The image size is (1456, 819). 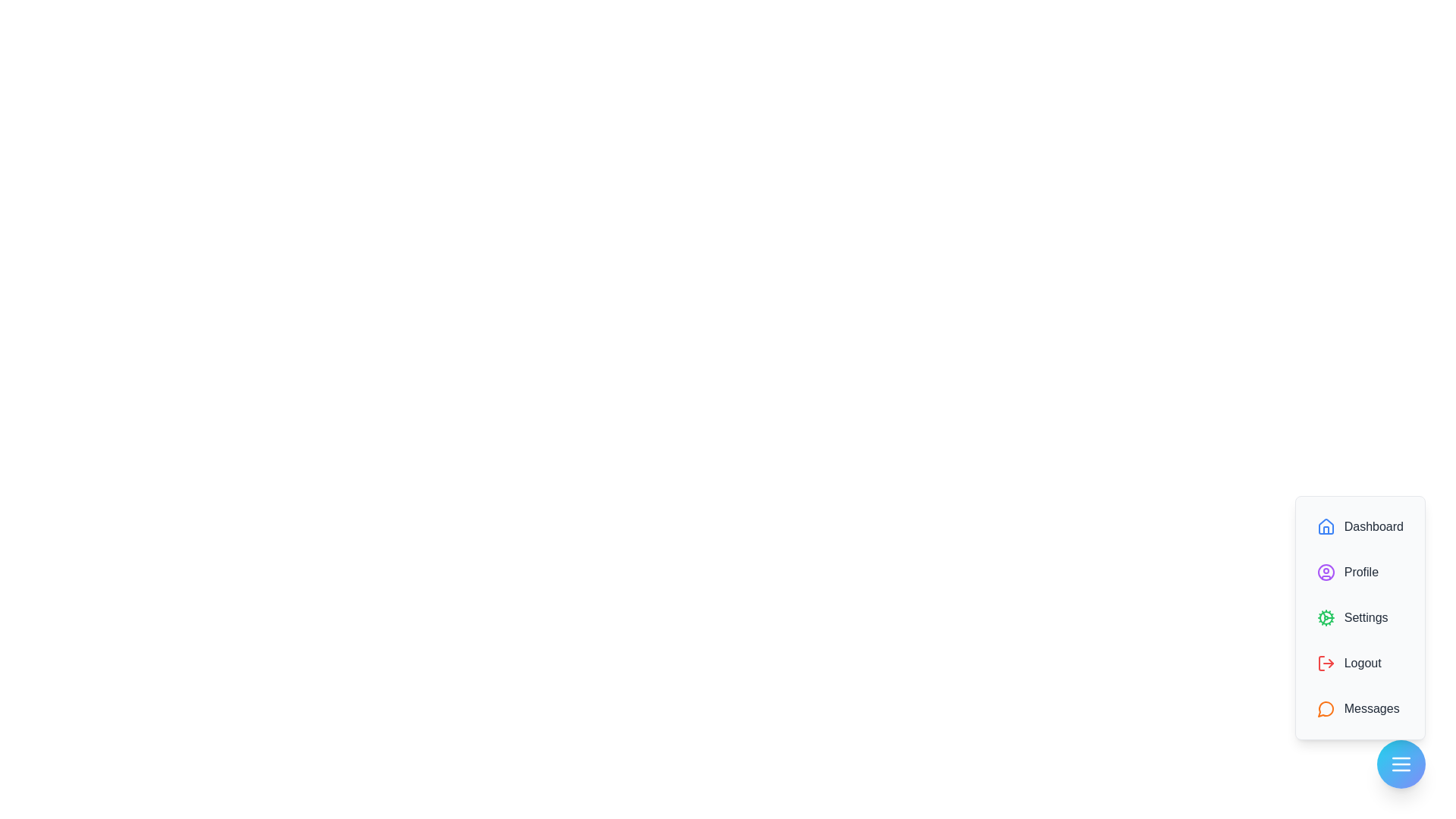 I want to click on the 'Logout' option in the menu, so click(x=1360, y=663).